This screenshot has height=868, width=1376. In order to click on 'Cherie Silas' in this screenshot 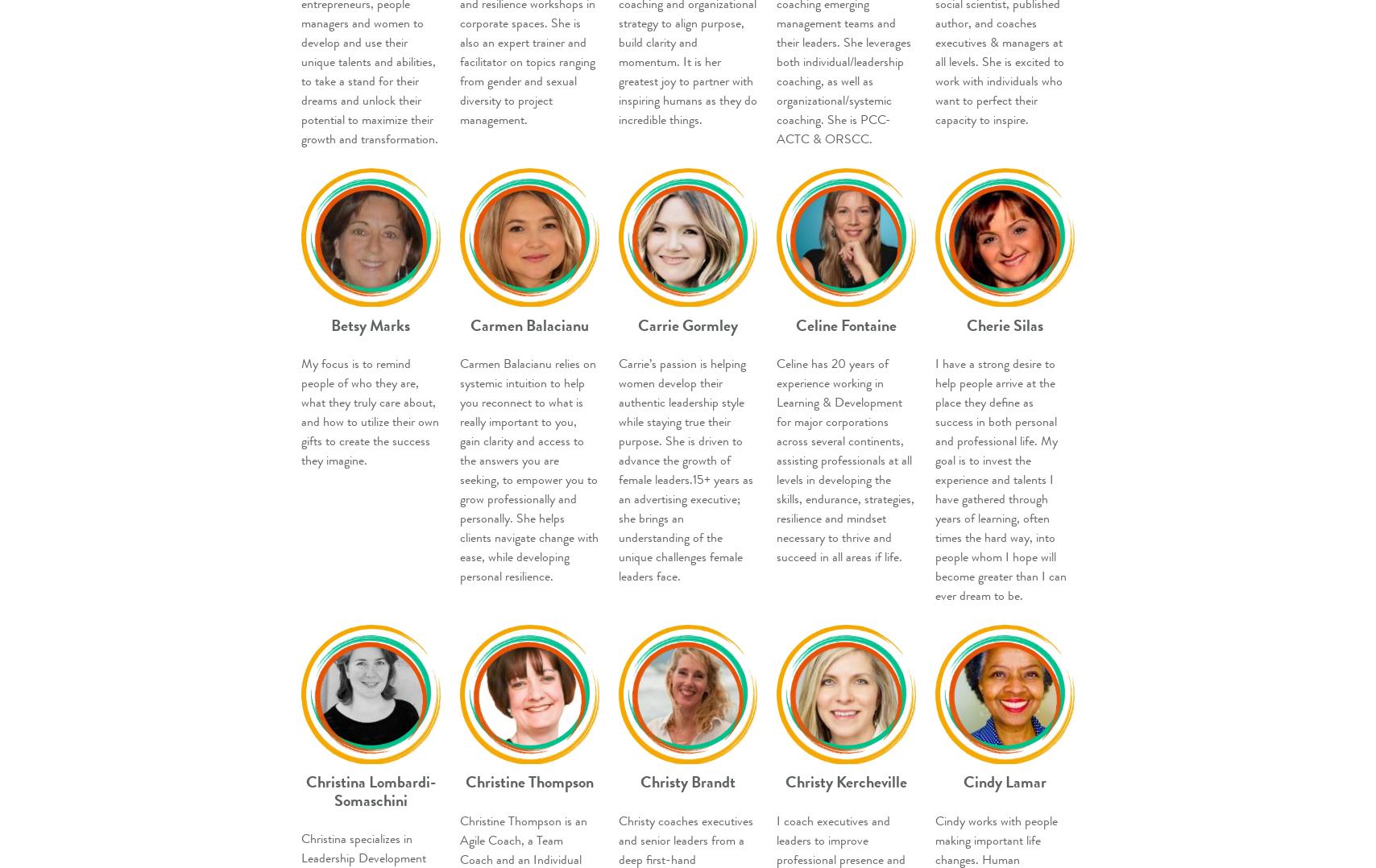, I will do `click(967, 324)`.